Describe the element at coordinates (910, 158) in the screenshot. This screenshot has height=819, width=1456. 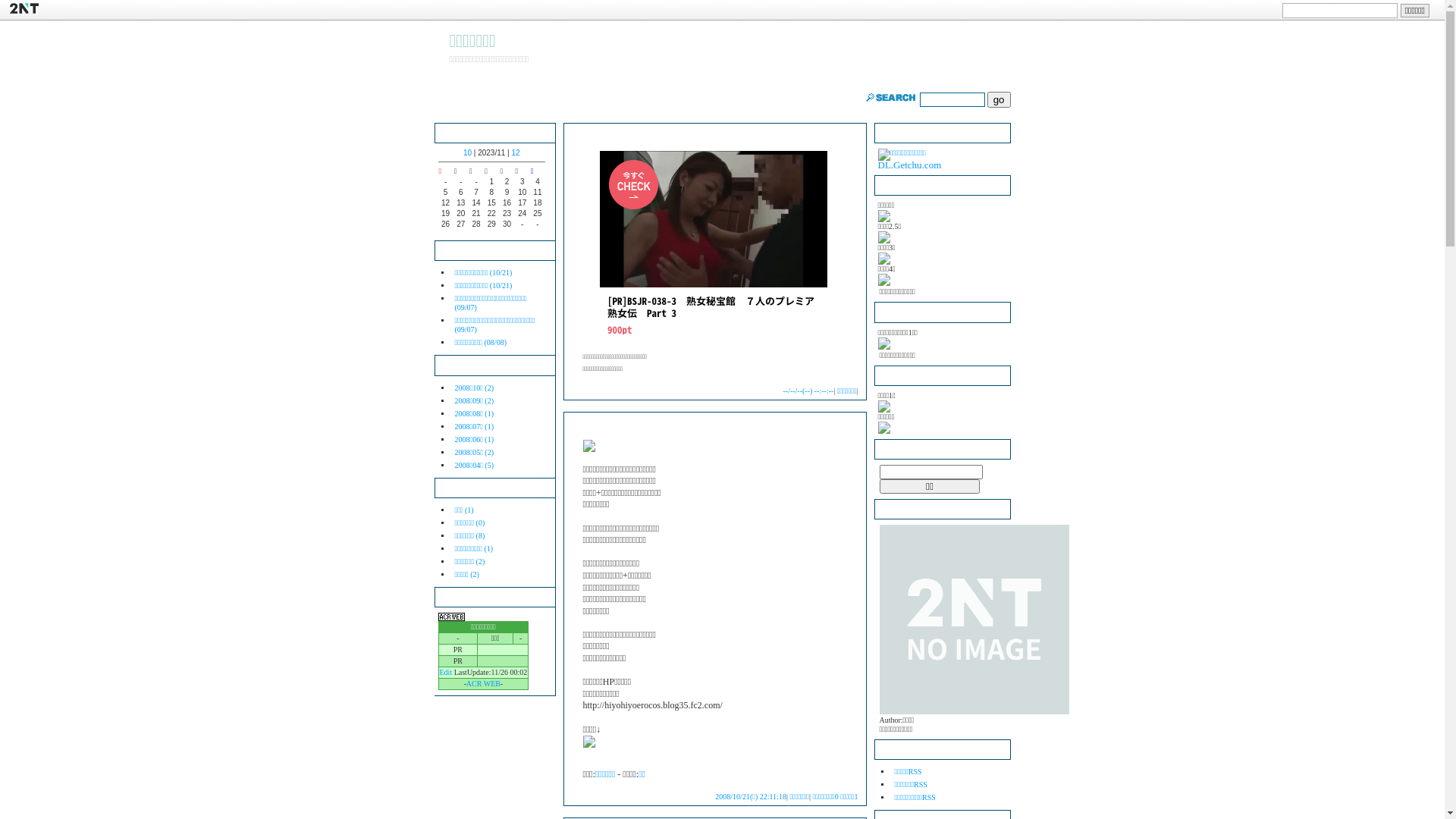
I see `'DL.Getchu.com'` at that location.